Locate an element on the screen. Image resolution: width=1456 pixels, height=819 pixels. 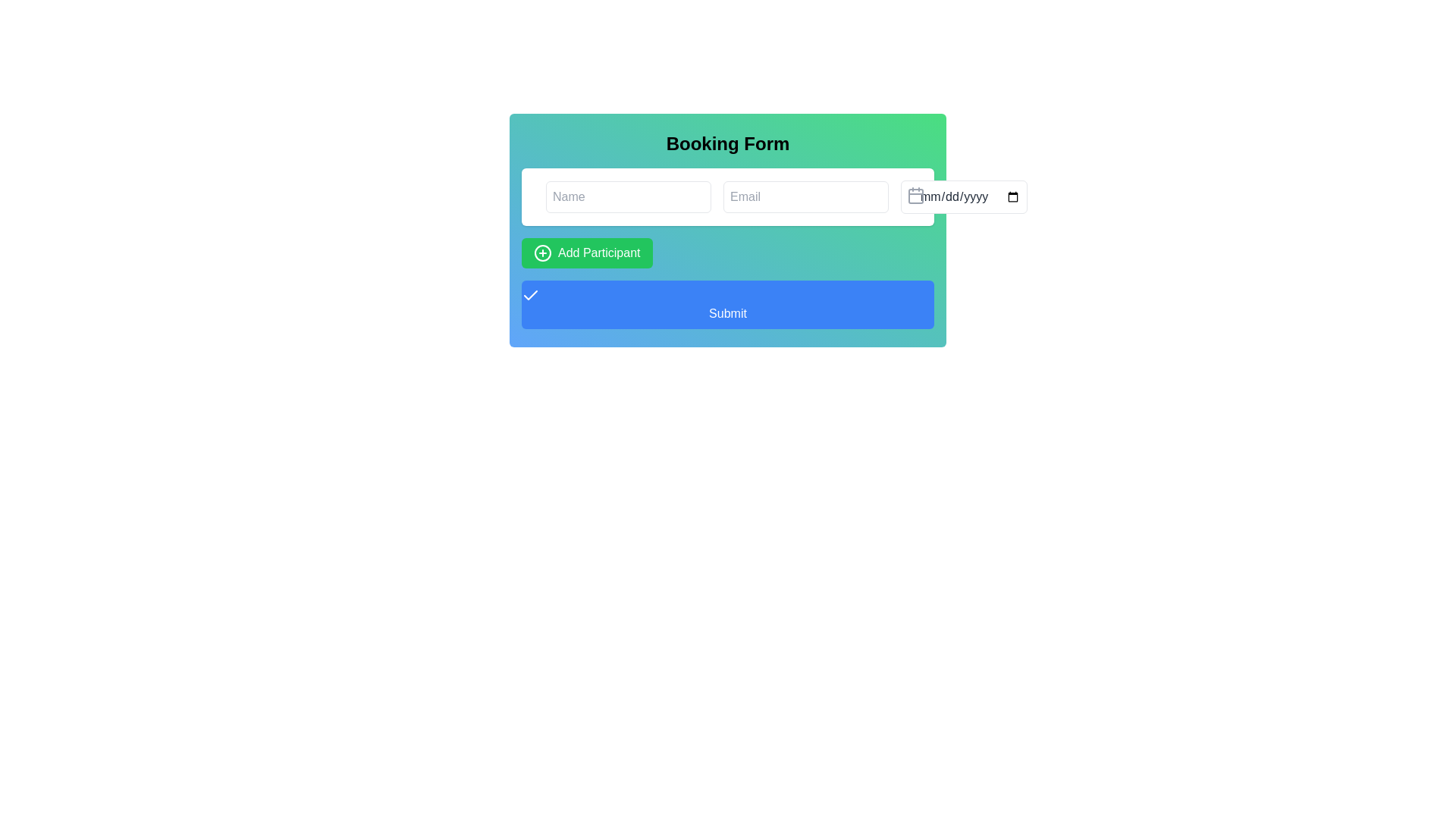
a date from the calendar popup using the Date Input Field, which is the third field in the form, located rightmost among the input fields, to the right of the 'Email' field is located at coordinates (963, 196).